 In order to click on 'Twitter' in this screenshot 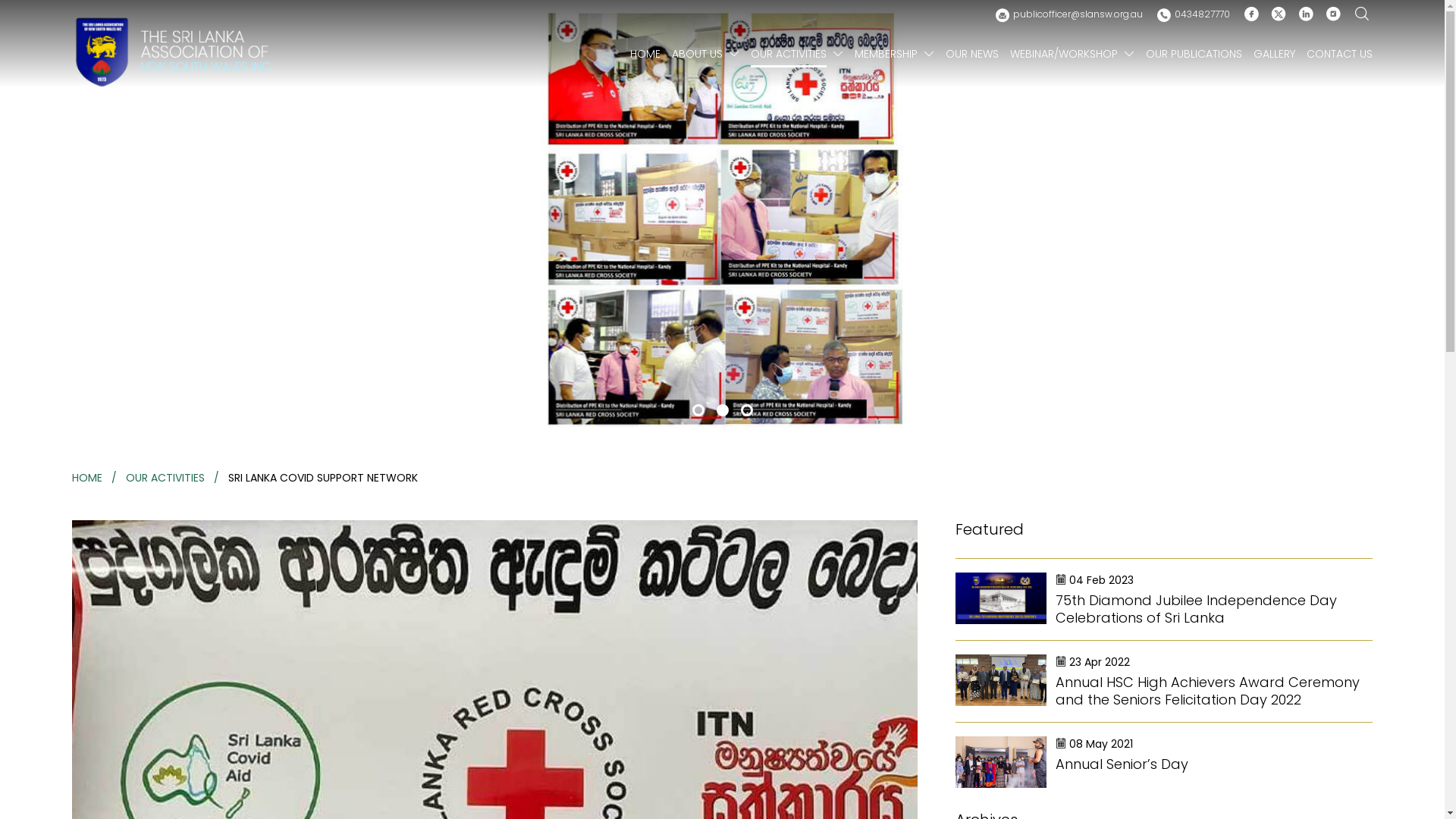, I will do `click(1277, 14)`.